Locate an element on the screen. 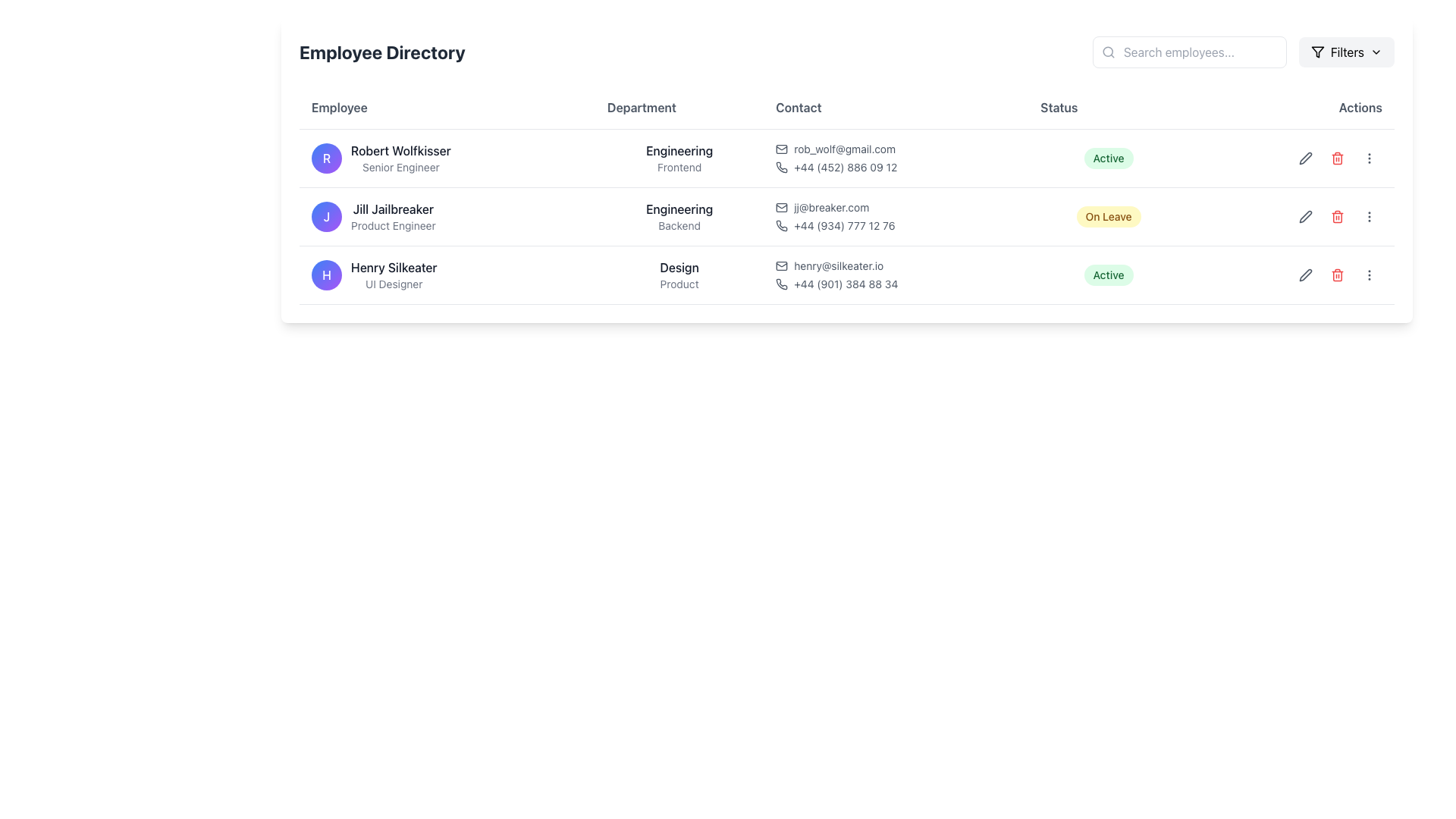 The width and height of the screenshot is (1456, 819). the pen-shaped icon button in the 'Actions' column of the third row in the 'Employee Directory' table is located at coordinates (1305, 275).